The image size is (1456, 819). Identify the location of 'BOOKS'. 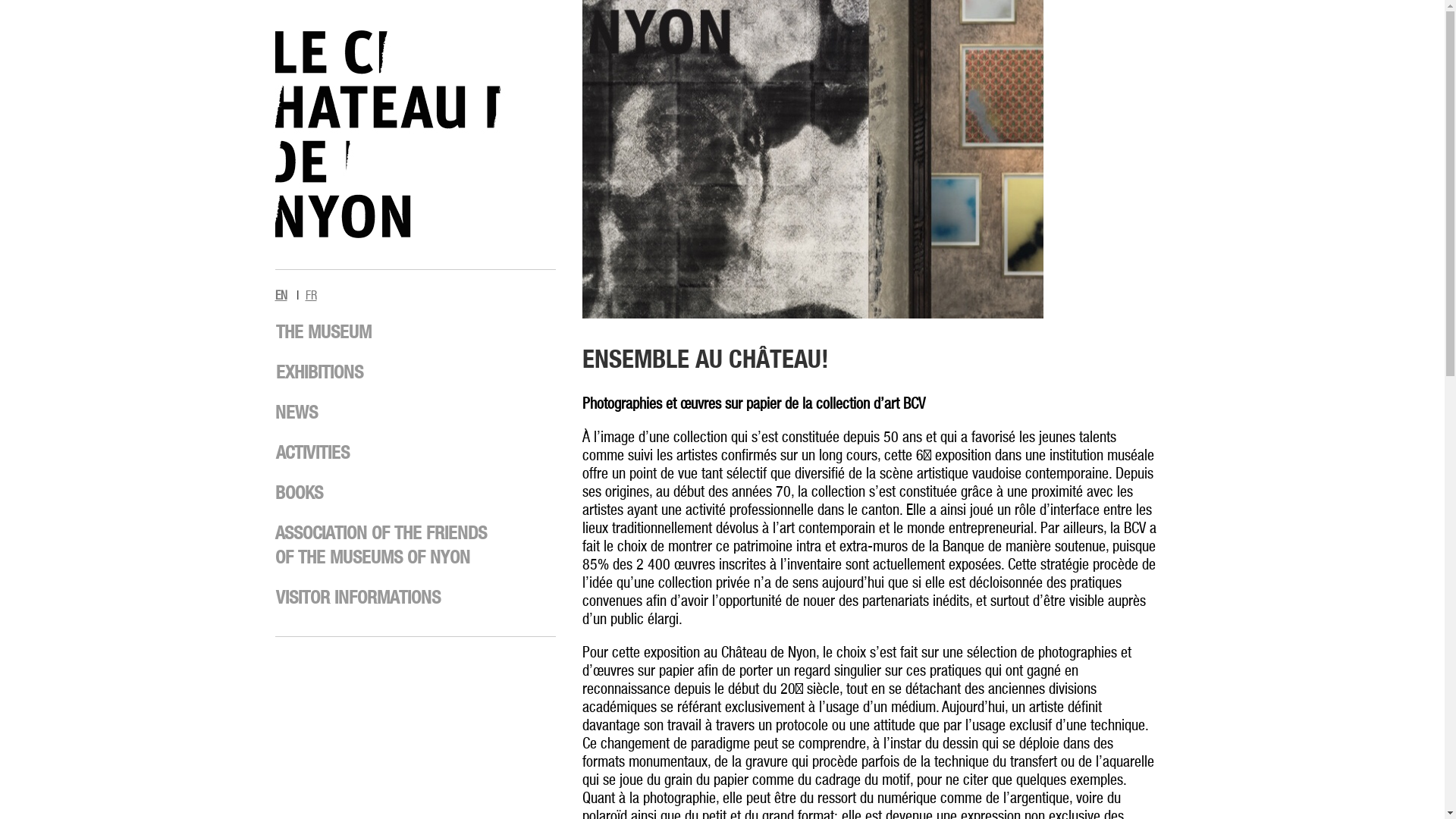
(298, 491).